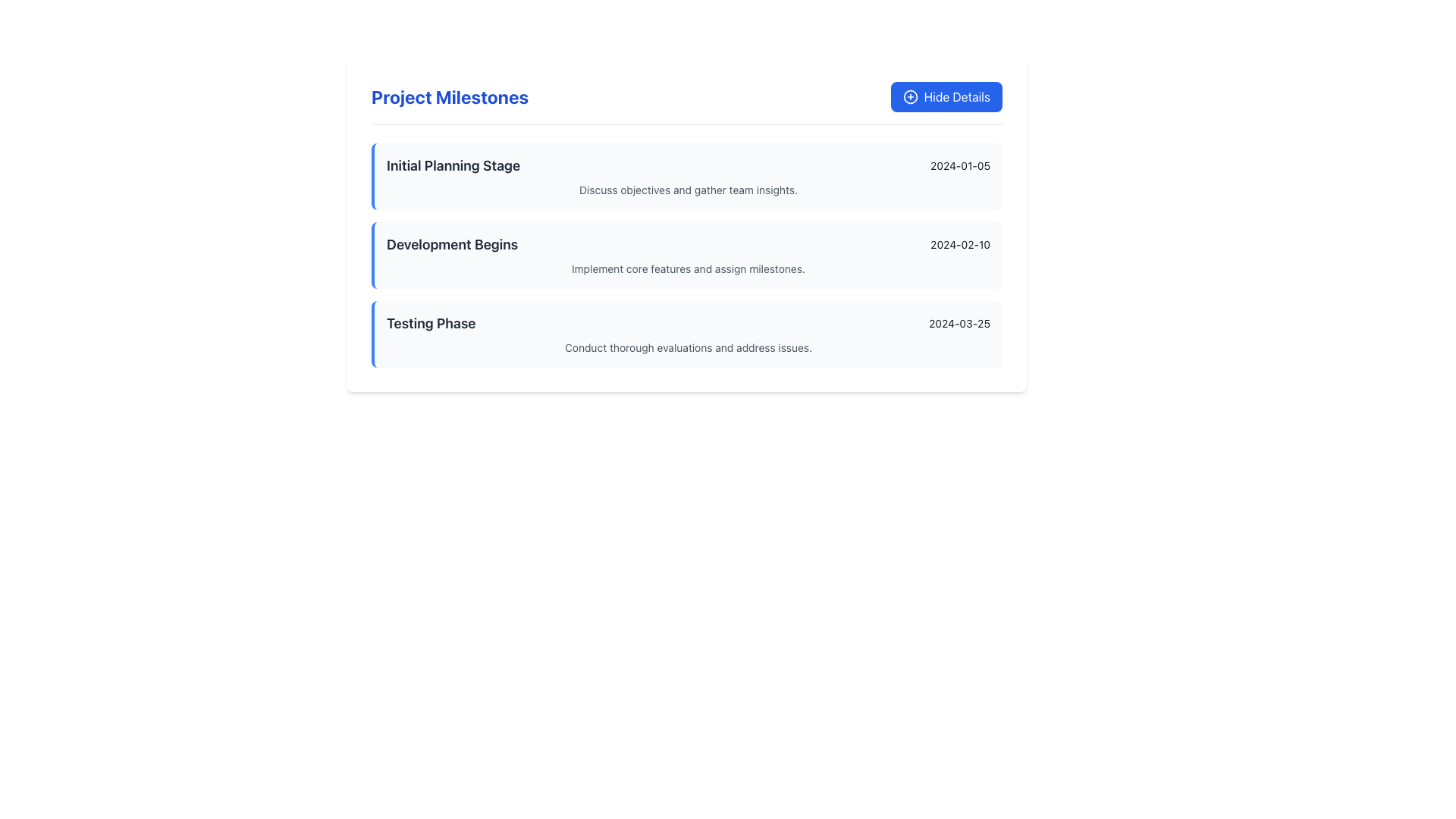  What do you see at coordinates (430, 323) in the screenshot?
I see `the Text Label that represents the title of the third milestone in the project timeline` at bounding box center [430, 323].